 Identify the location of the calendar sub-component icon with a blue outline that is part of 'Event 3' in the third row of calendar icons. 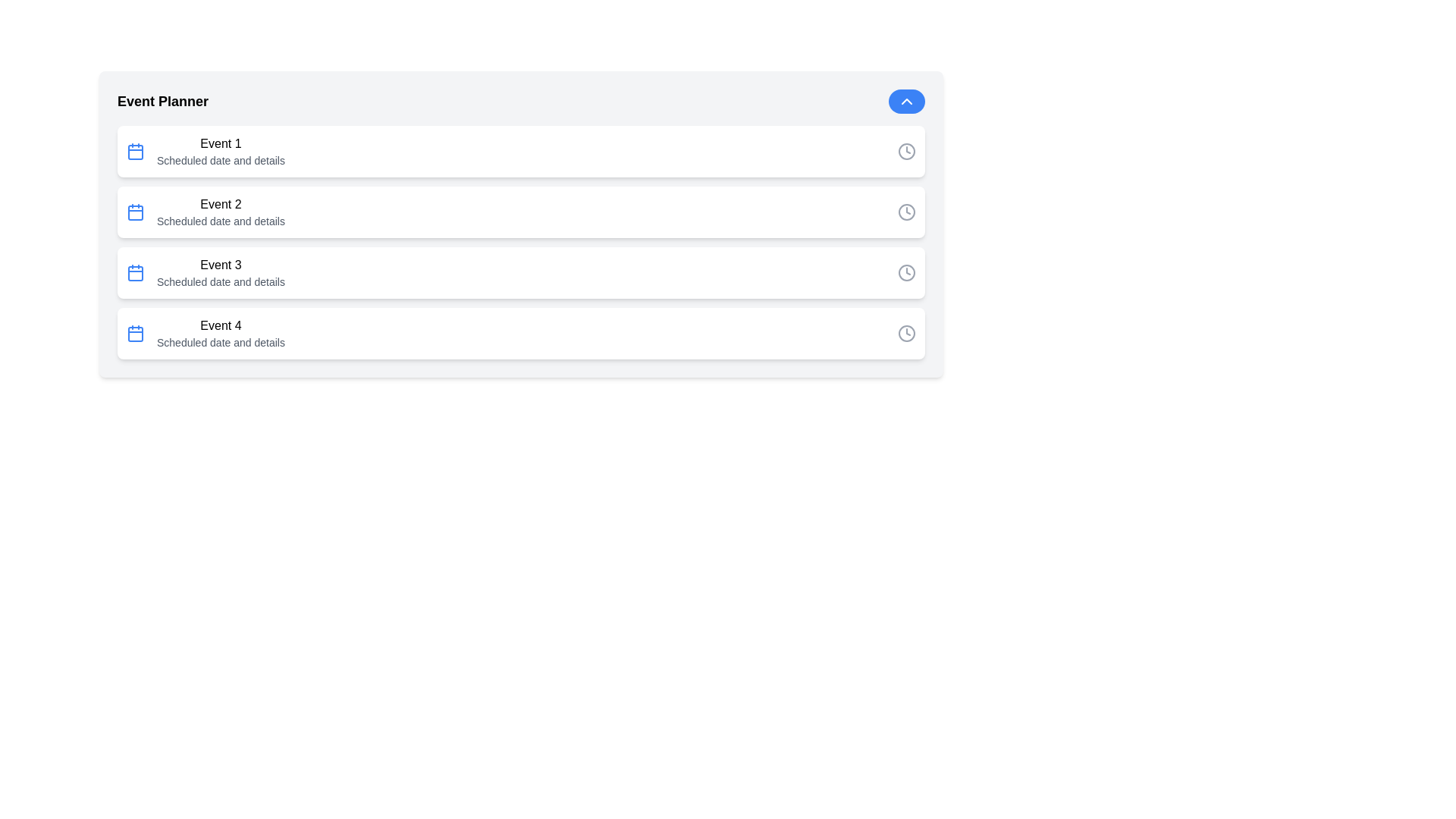
(135, 274).